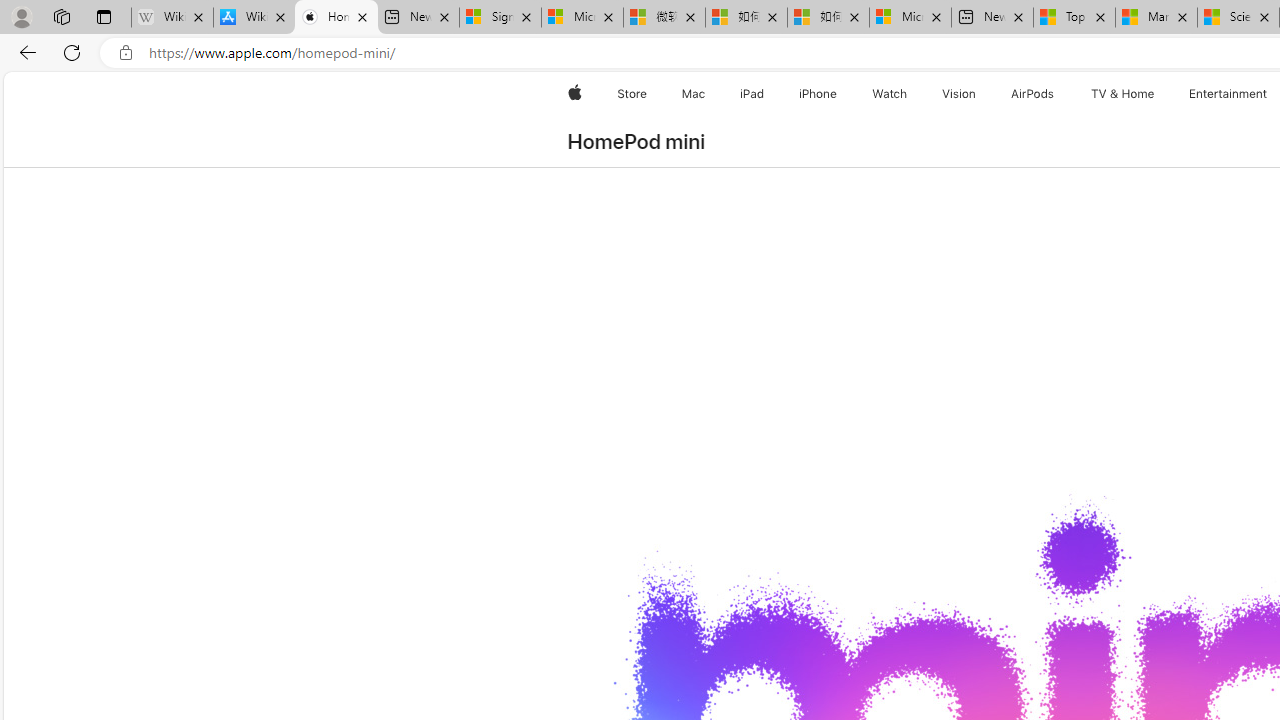 Image resolution: width=1280 pixels, height=720 pixels. Describe the element at coordinates (1122, 93) in the screenshot. I see `'TV & Home'` at that location.